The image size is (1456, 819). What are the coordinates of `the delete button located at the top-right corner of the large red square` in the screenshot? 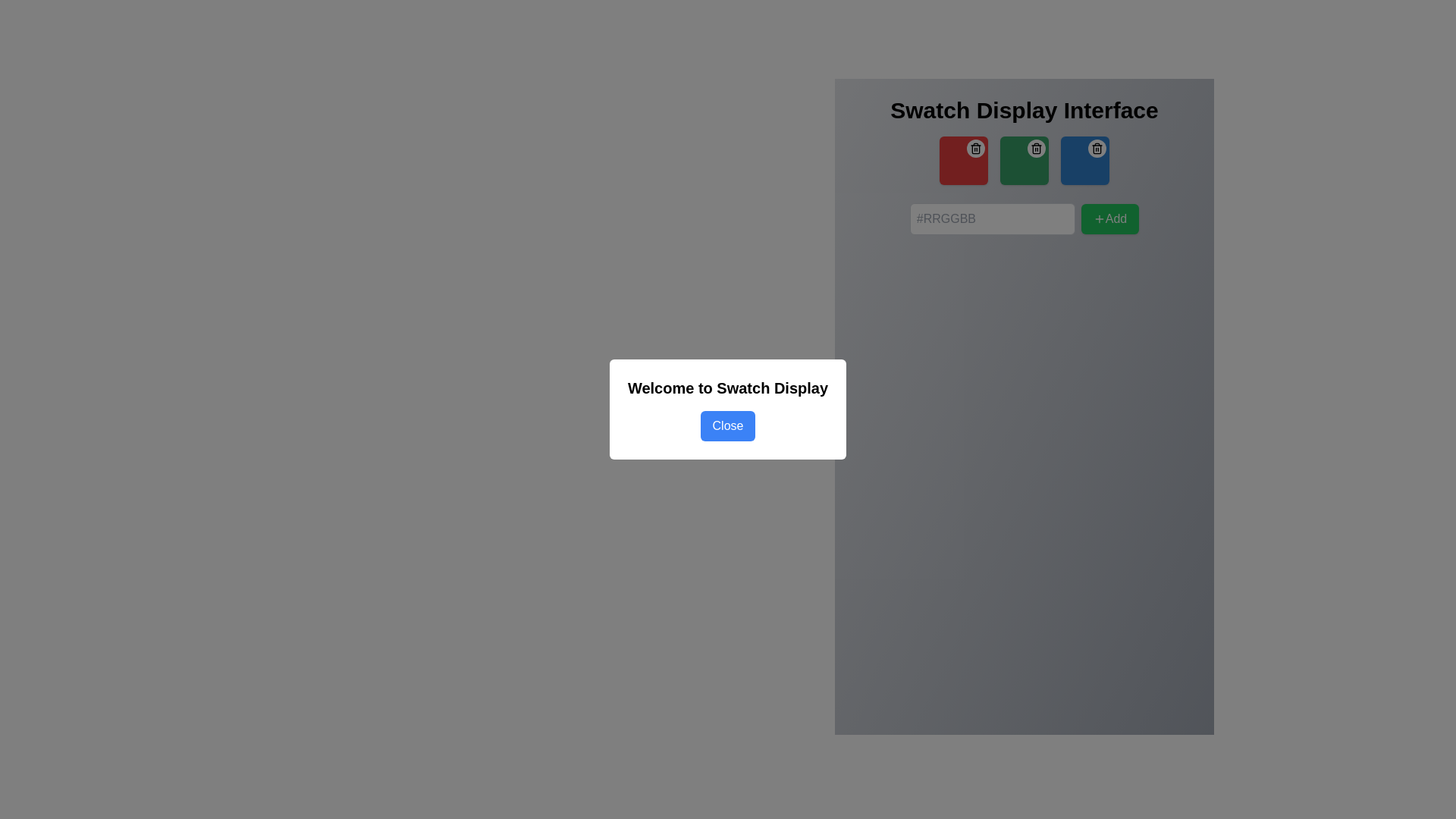 It's located at (975, 149).